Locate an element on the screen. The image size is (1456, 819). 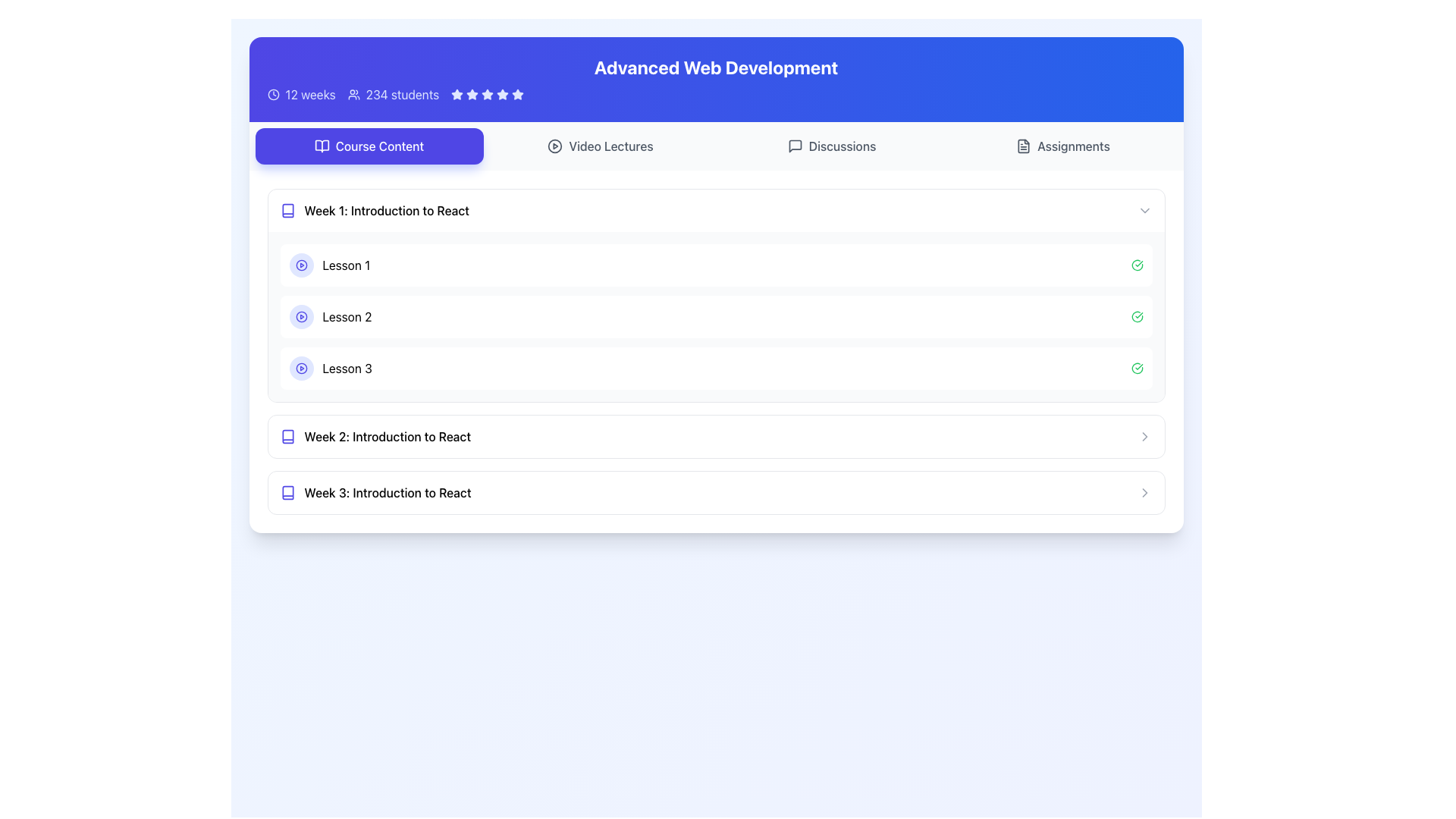
the fourth rating star icon, which is part of a group of five stars aligned horizontally is located at coordinates (502, 93).